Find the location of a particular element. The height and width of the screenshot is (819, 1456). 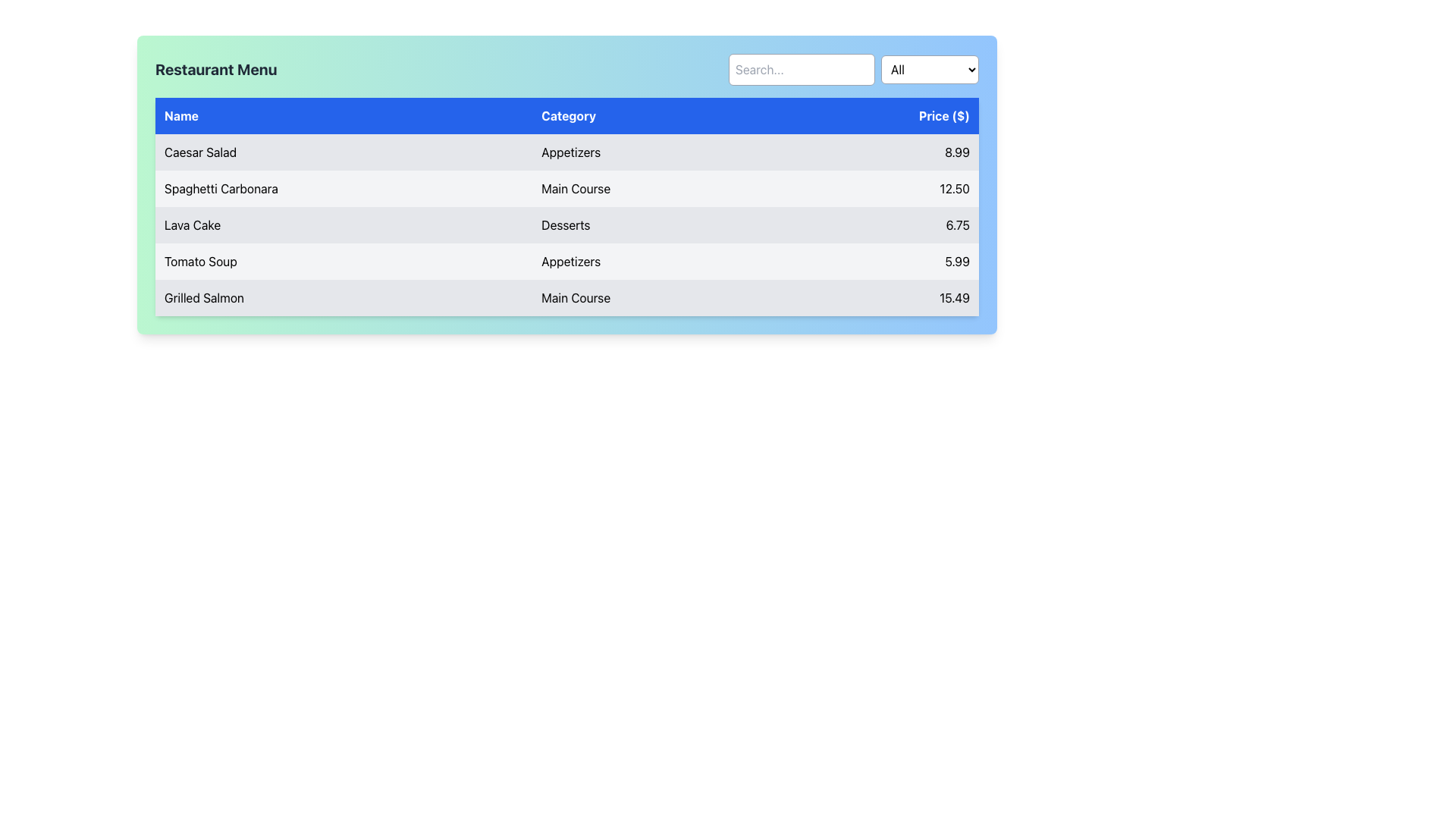

the third table row containing 'Lava Cake', 'Desserts', and the price '6.75' is located at coordinates (566, 225).